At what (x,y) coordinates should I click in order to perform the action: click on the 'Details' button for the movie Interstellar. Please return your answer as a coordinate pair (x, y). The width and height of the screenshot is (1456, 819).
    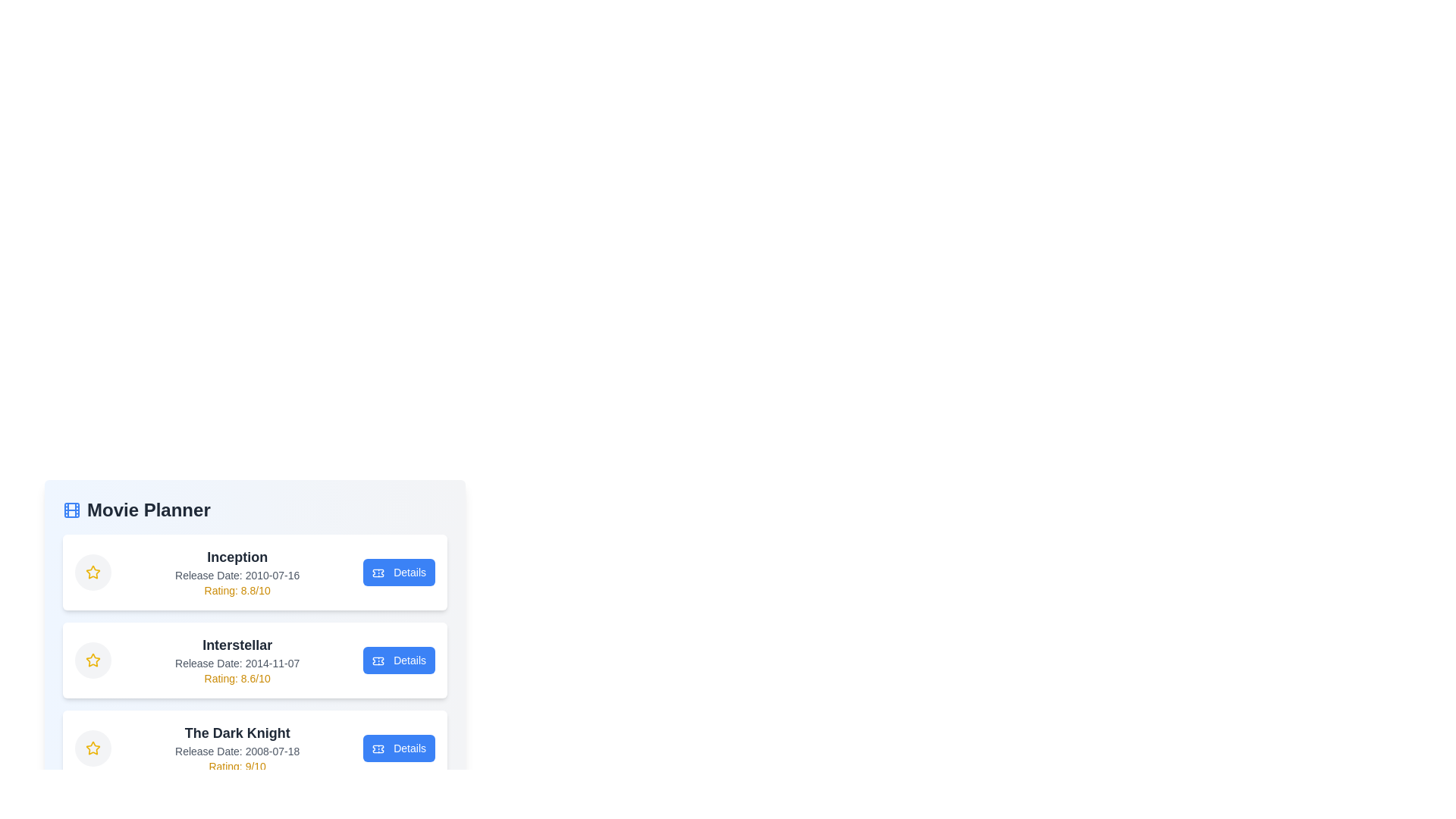
    Looking at the image, I should click on (399, 660).